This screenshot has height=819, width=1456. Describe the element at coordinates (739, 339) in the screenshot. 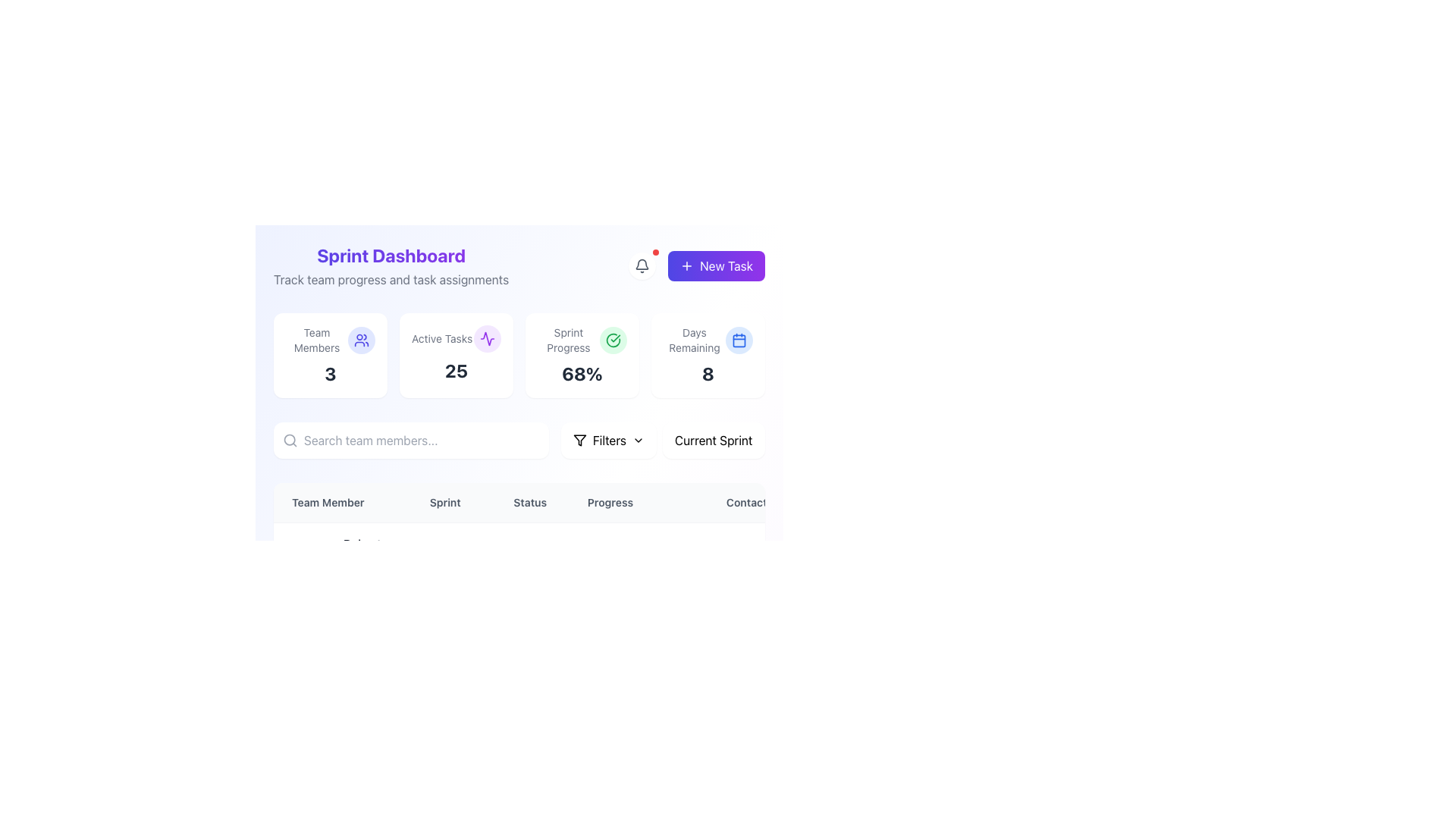

I see `the calendar icon represented by the SVG rectangle shape, which is part of the visual representation of the calendar icon located to the right of the dashboard header section` at that location.